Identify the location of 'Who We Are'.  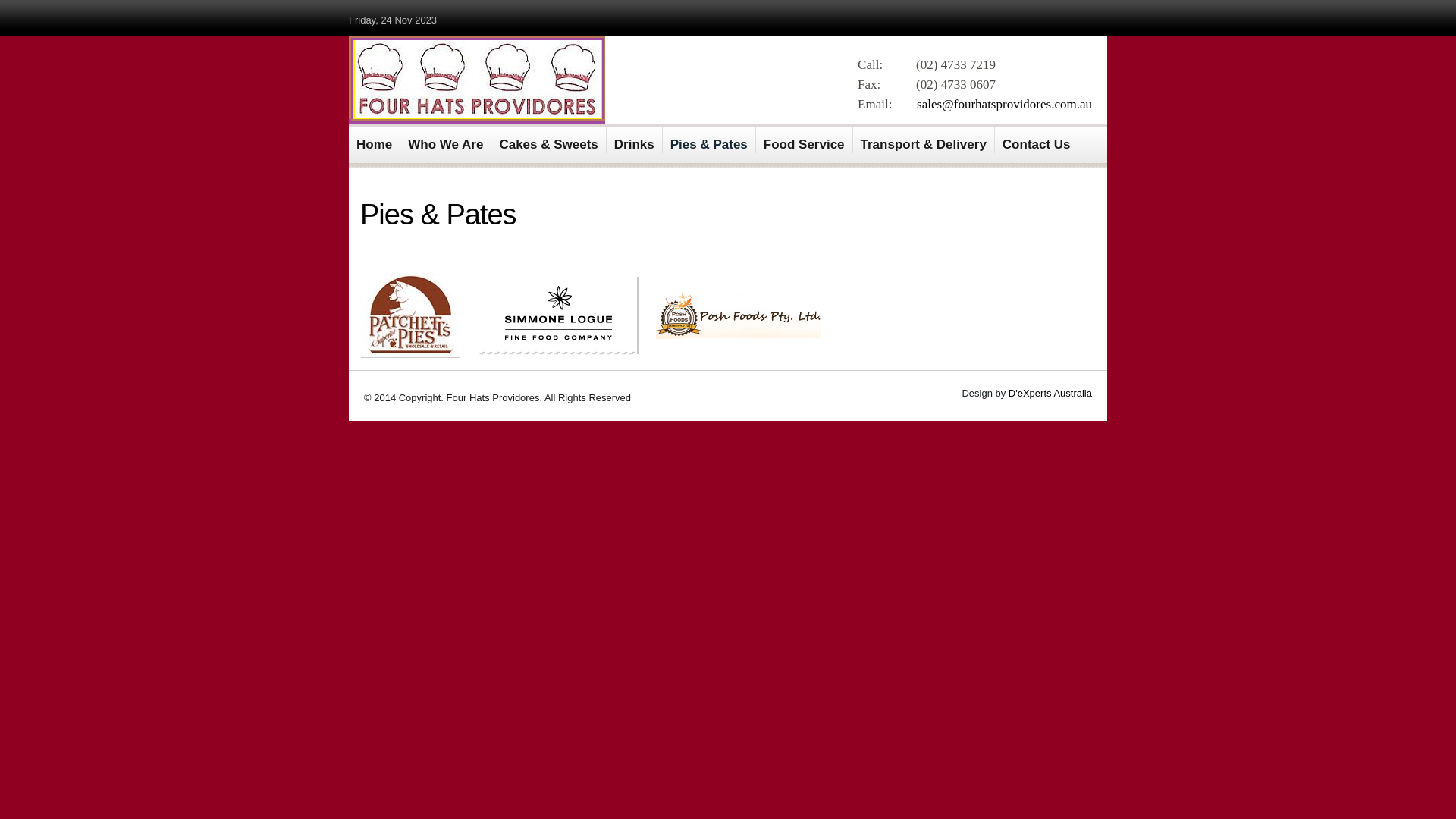
(445, 140).